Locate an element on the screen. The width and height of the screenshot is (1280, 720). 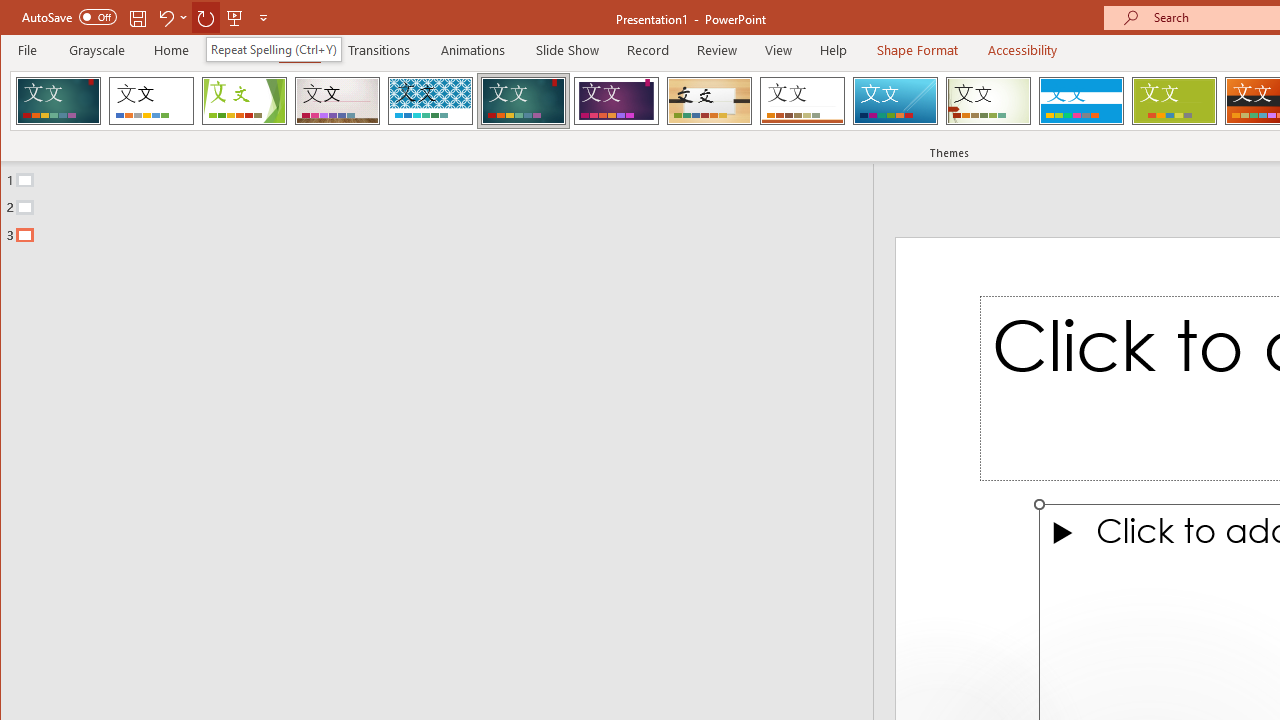
'Repeat Spelling (Ctrl+Y)' is located at coordinates (272, 48).